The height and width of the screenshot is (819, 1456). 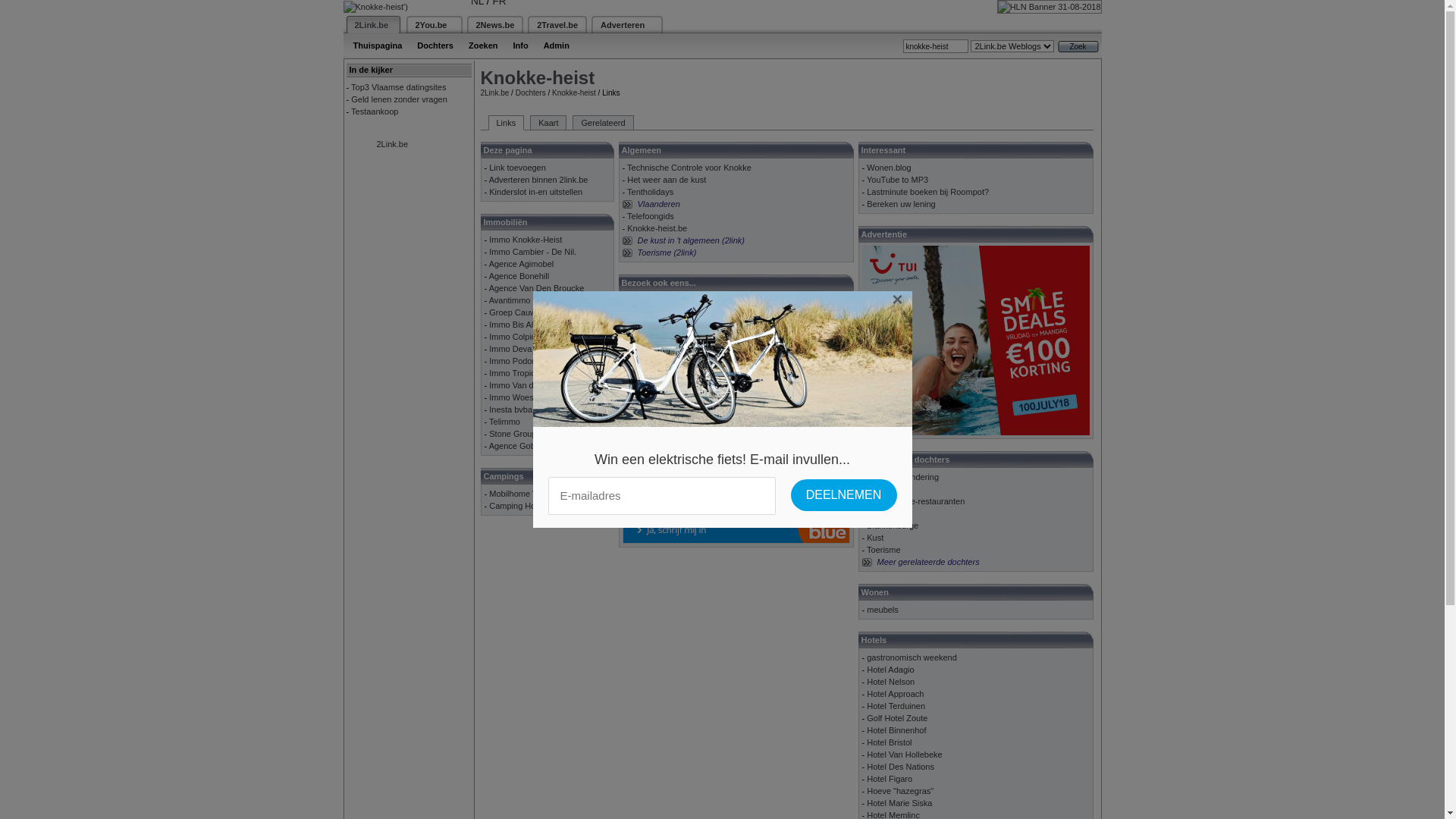 I want to click on 'Admin', so click(x=556, y=45).